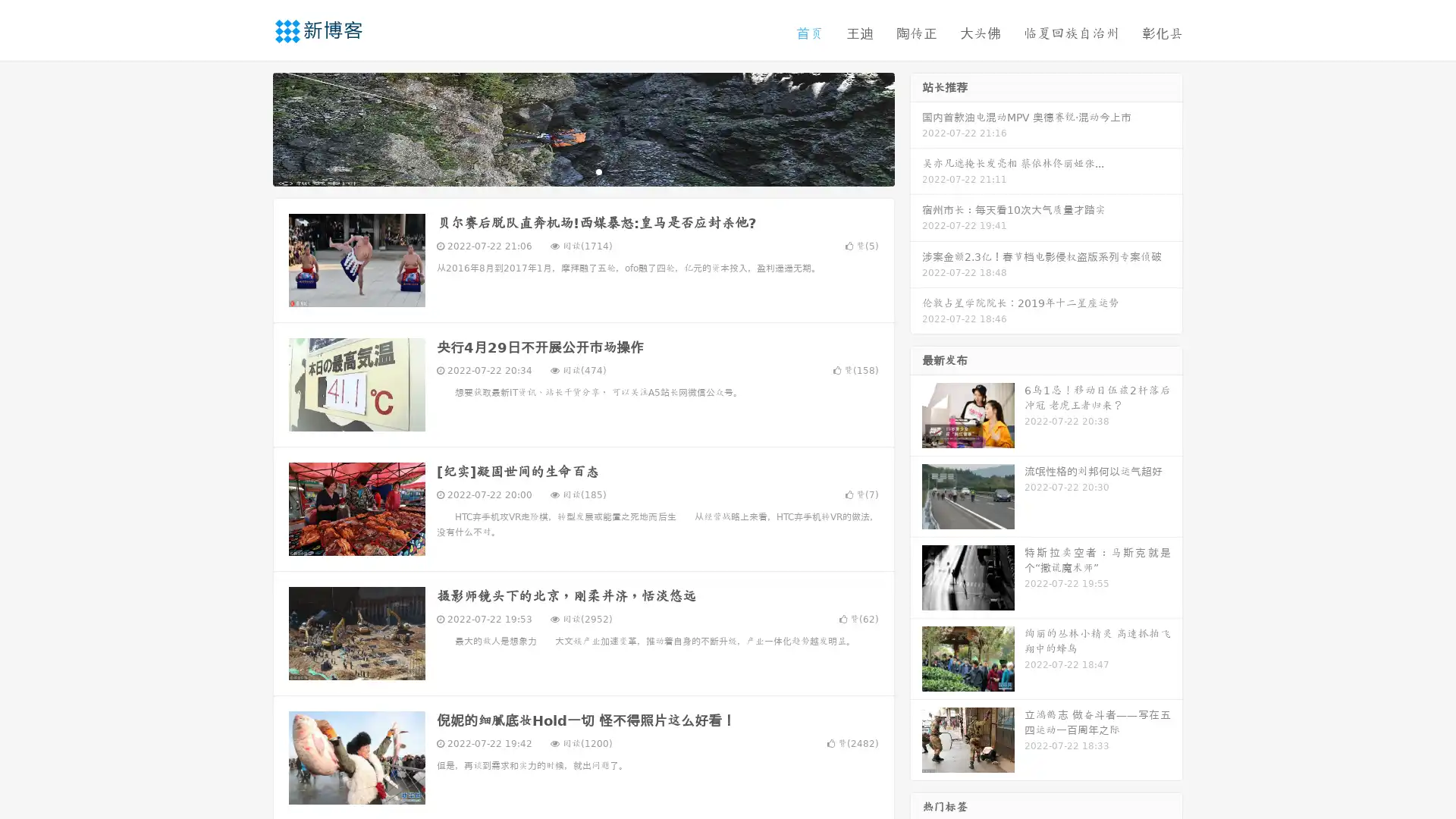 The width and height of the screenshot is (1456, 819). I want to click on Go to slide 1, so click(567, 171).